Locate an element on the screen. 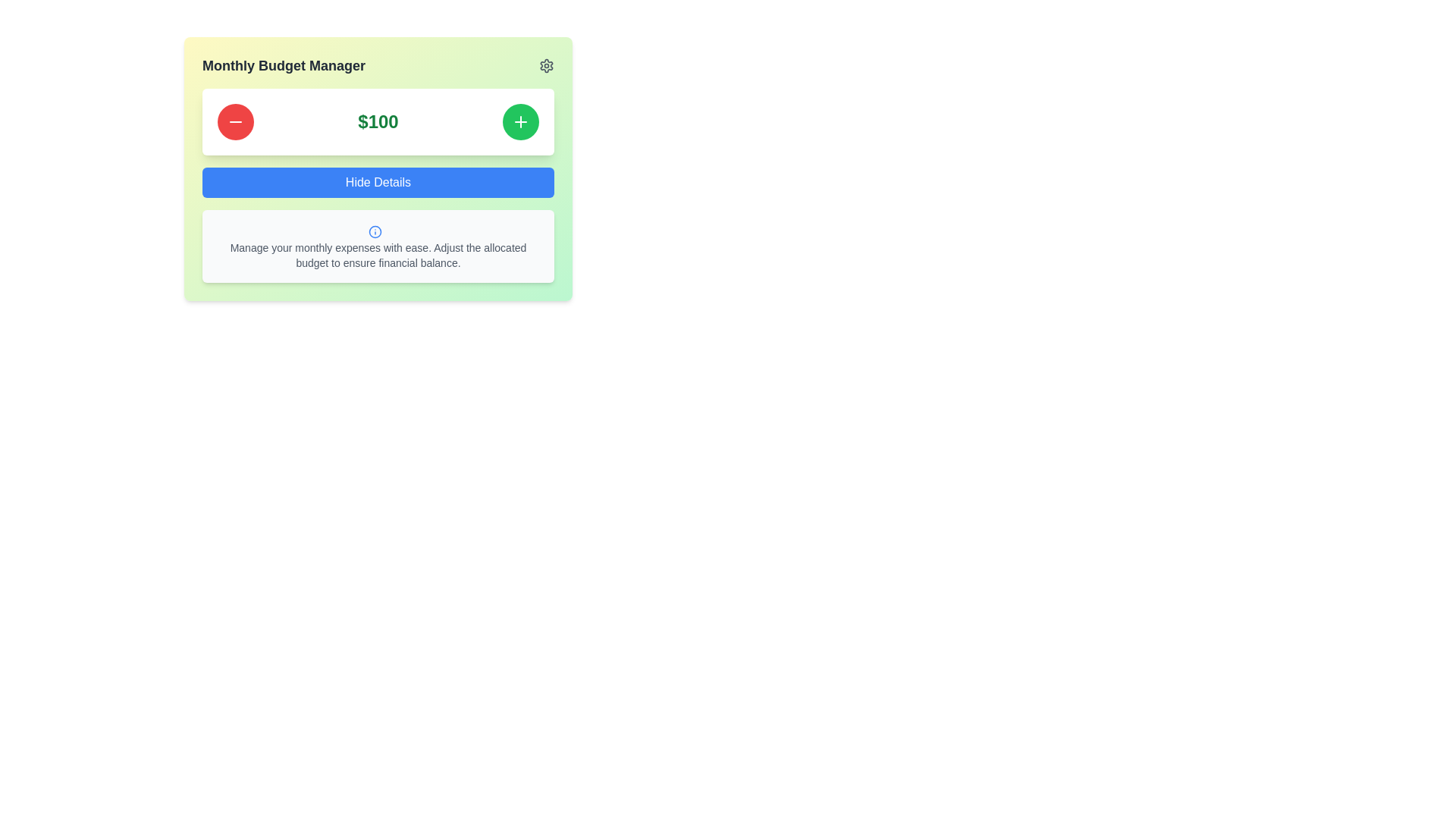 The height and width of the screenshot is (819, 1456). the circular red button with a white horizontal line symbol to decrement the value, located to the left of the green dollar amount and the '+' button is located at coordinates (235, 121).